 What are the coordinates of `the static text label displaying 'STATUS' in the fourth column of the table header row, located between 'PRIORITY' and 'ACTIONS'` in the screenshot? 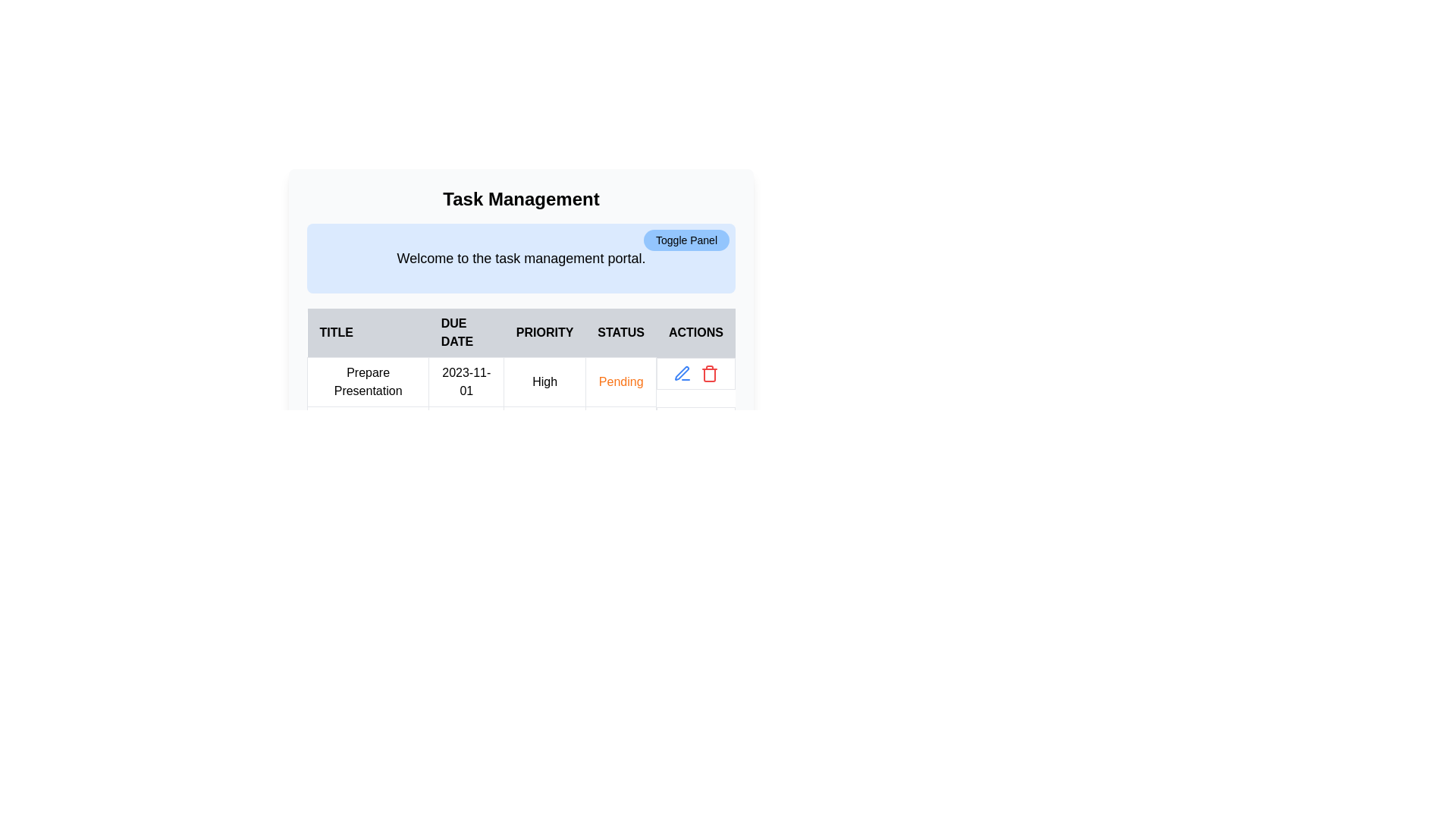 It's located at (621, 332).